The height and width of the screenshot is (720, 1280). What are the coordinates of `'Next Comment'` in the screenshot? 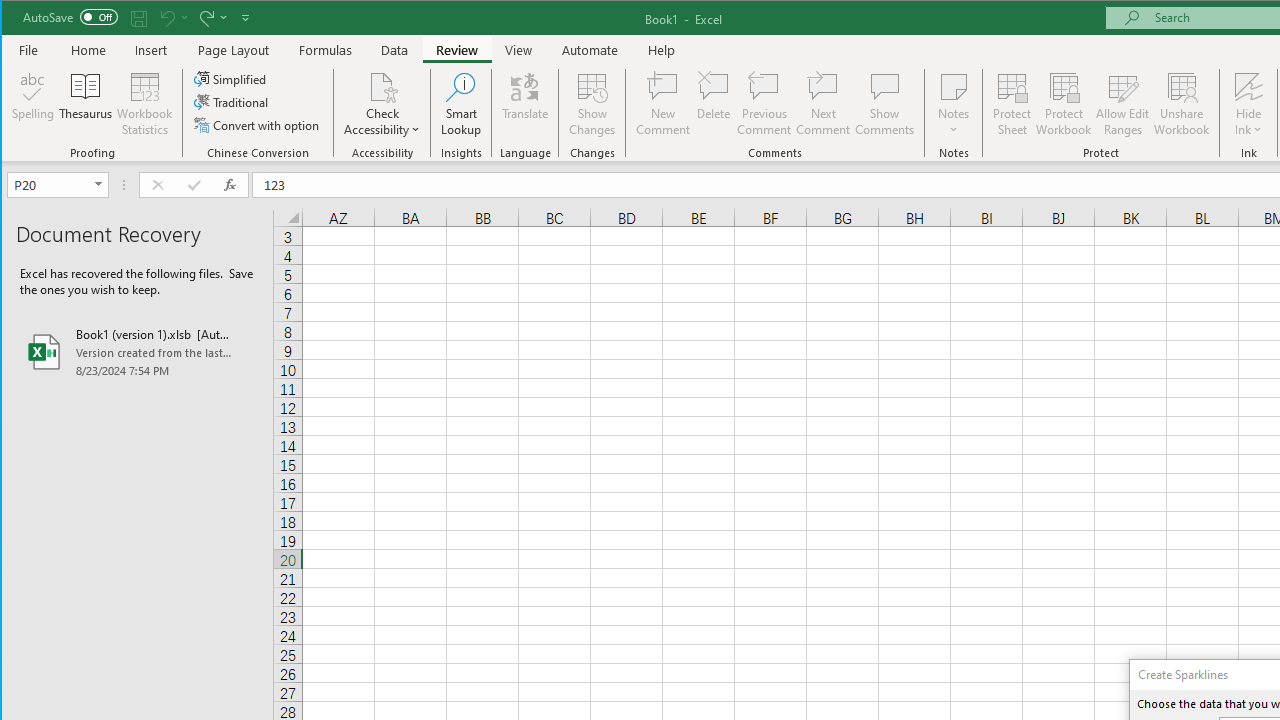 It's located at (823, 104).